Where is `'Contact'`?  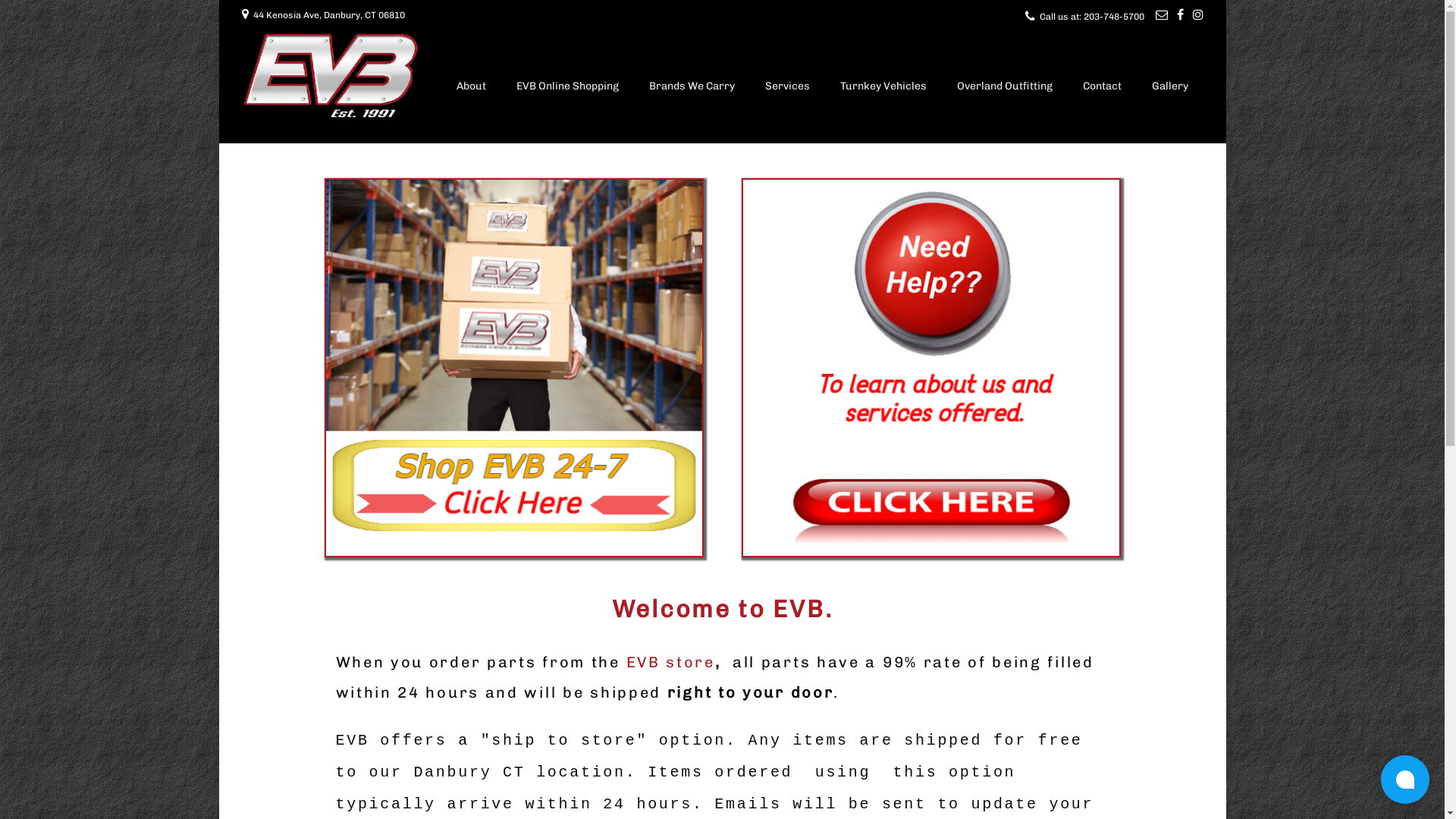 'Contact' is located at coordinates (1102, 87).